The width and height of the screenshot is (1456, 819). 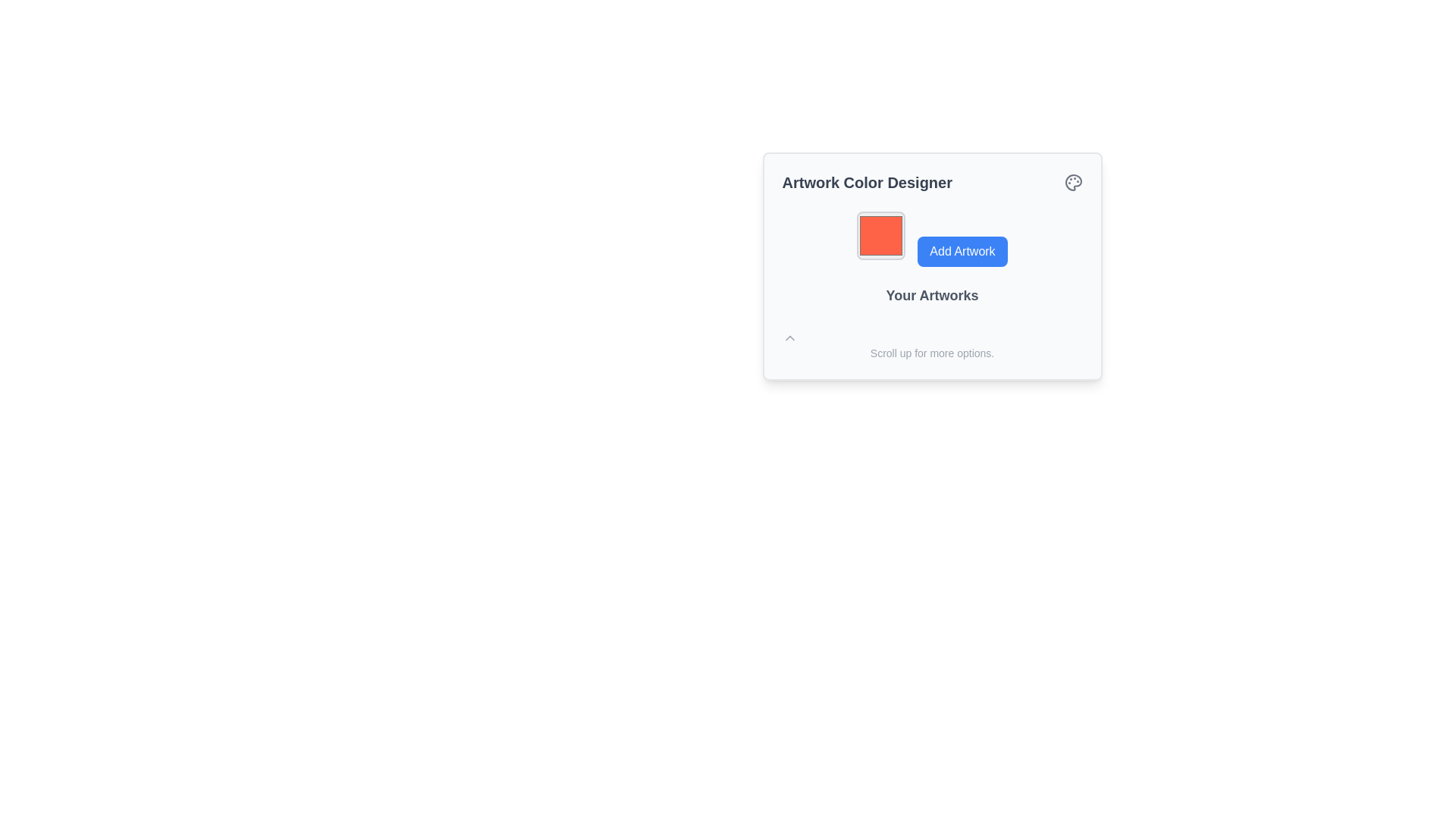 What do you see at coordinates (931, 239) in the screenshot?
I see `the blue rectangular button labeled 'Add Artwork'` at bounding box center [931, 239].